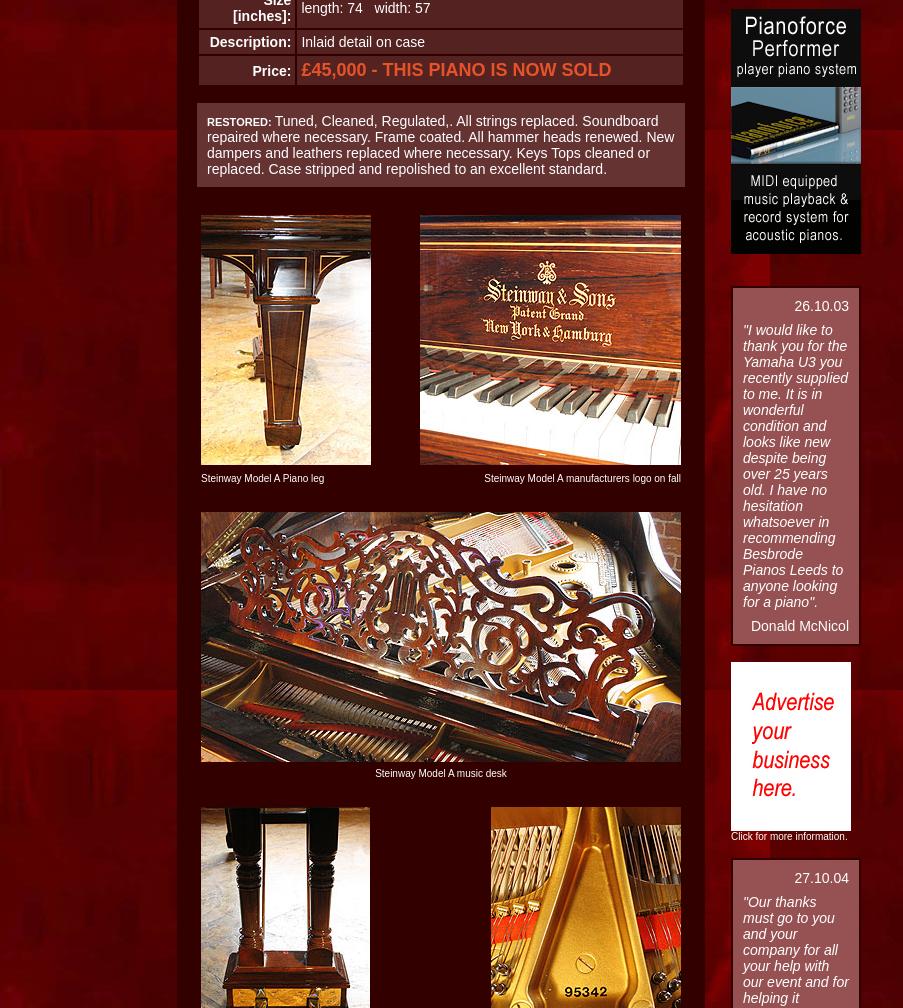  Describe the element at coordinates (820, 306) in the screenshot. I see `'26.10.03'` at that location.